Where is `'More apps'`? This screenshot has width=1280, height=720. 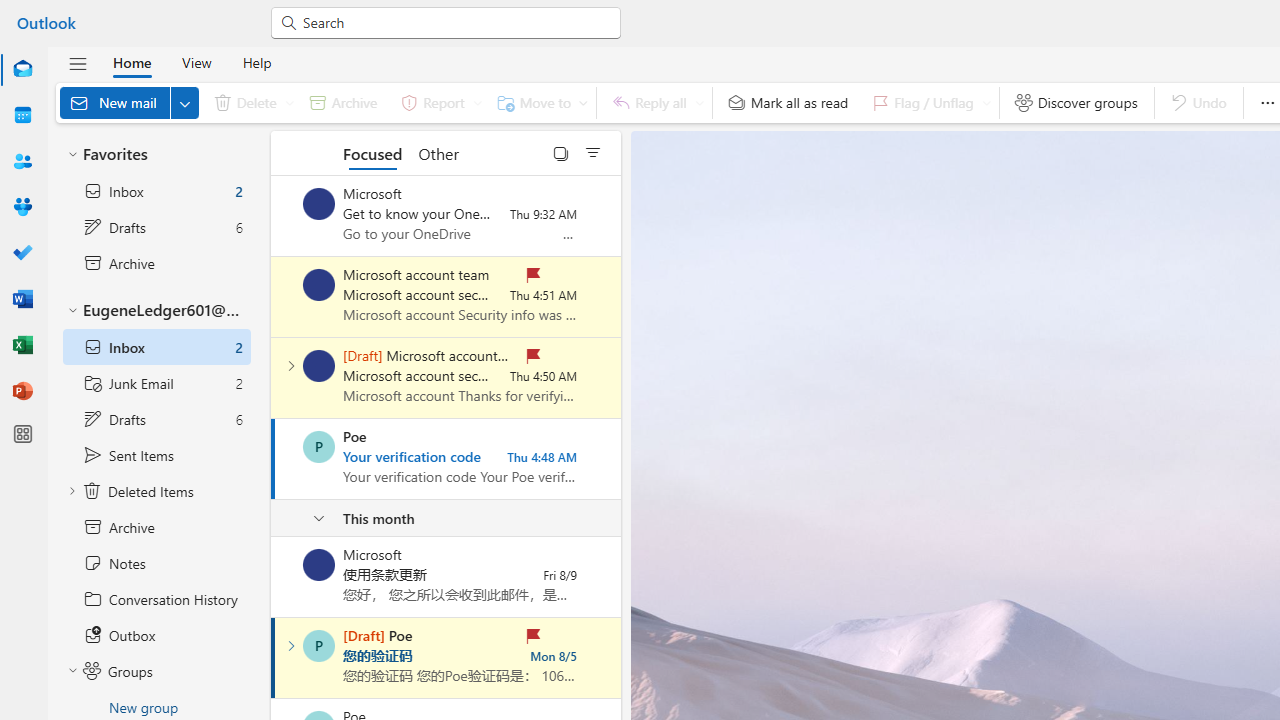
'More apps' is located at coordinates (23, 433).